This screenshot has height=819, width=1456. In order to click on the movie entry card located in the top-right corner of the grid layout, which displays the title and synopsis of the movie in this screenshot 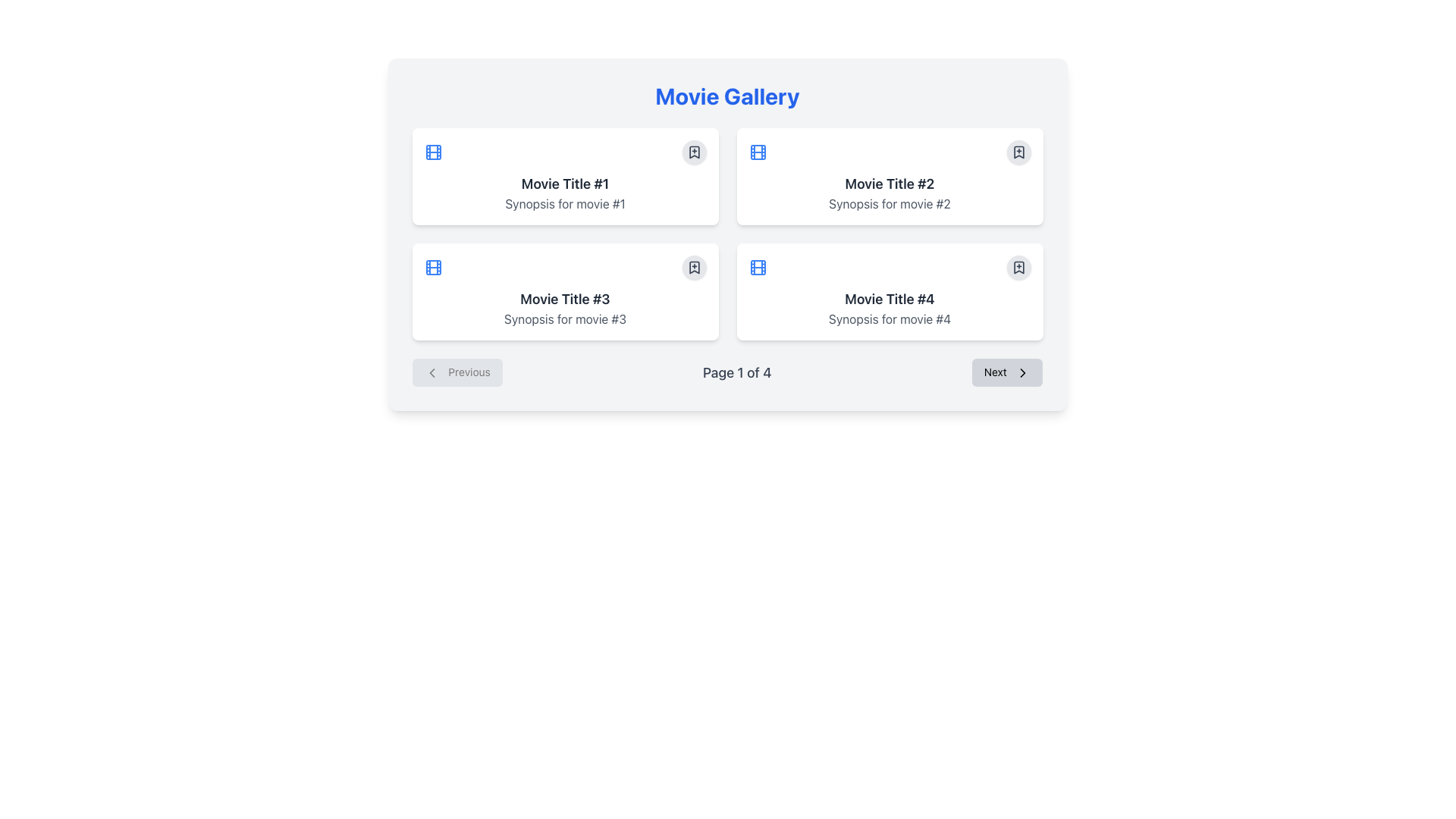, I will do `click(890, 175)`.